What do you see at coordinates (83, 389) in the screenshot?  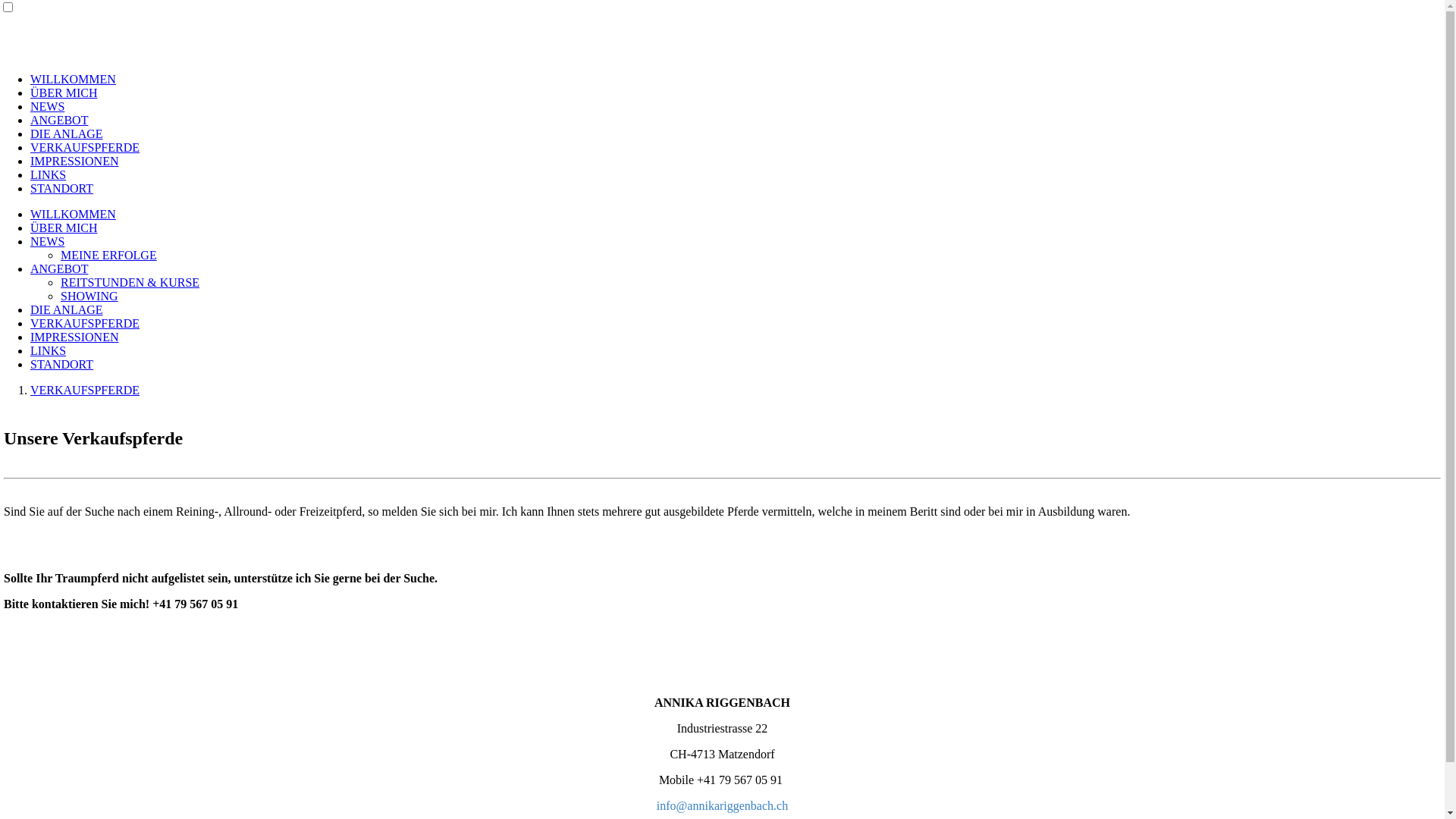 I see `'VERKAUFSPFERDE'` at bounding box center [83, 389].